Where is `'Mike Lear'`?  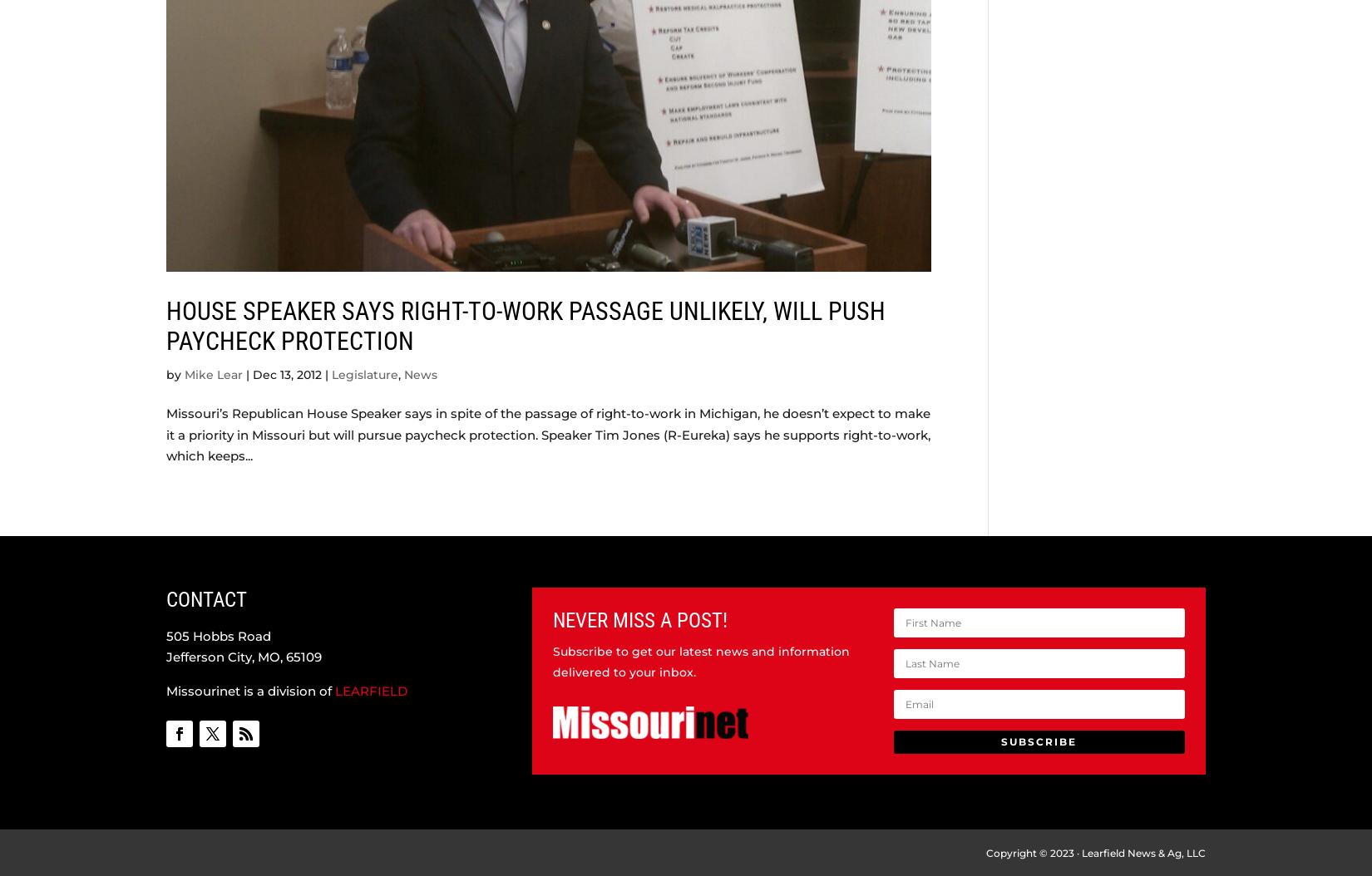 'Mike Lear' is located at coordinates (214, 373).